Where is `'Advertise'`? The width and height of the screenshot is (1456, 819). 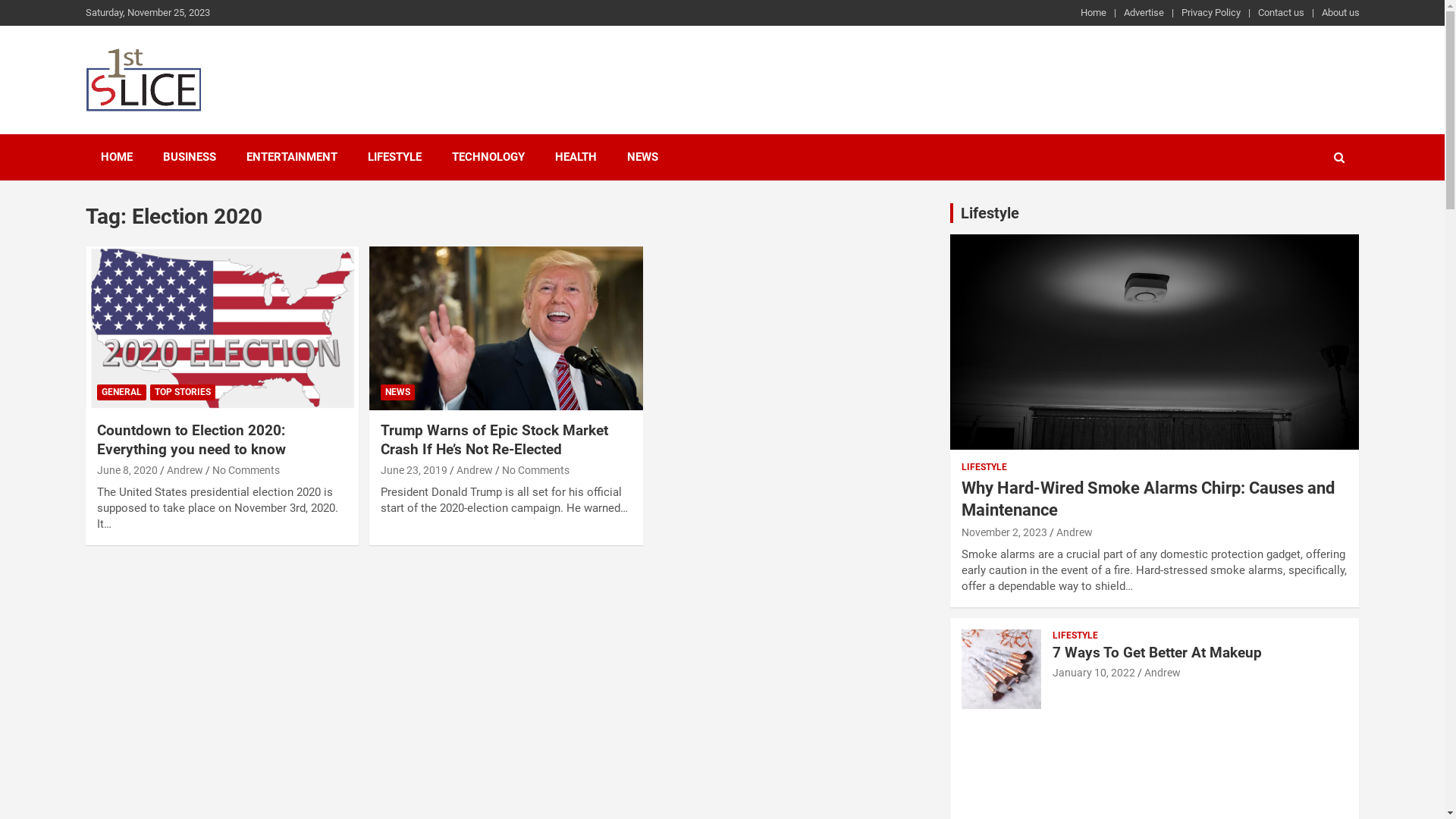
'Advertise' is located at coordinates (1144, 12).